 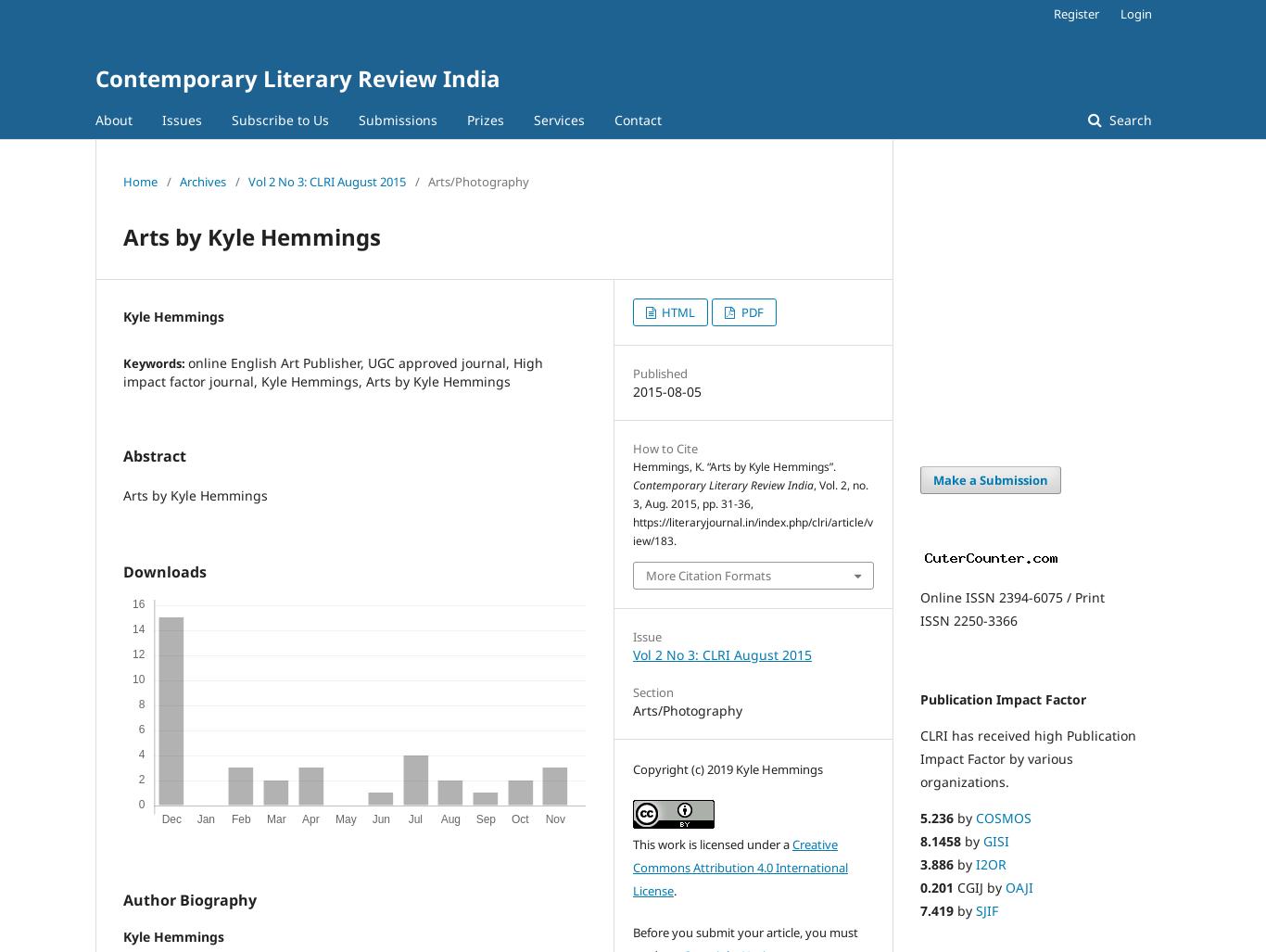 I want to click on '2015-08-05', so click(x=667, y=390).